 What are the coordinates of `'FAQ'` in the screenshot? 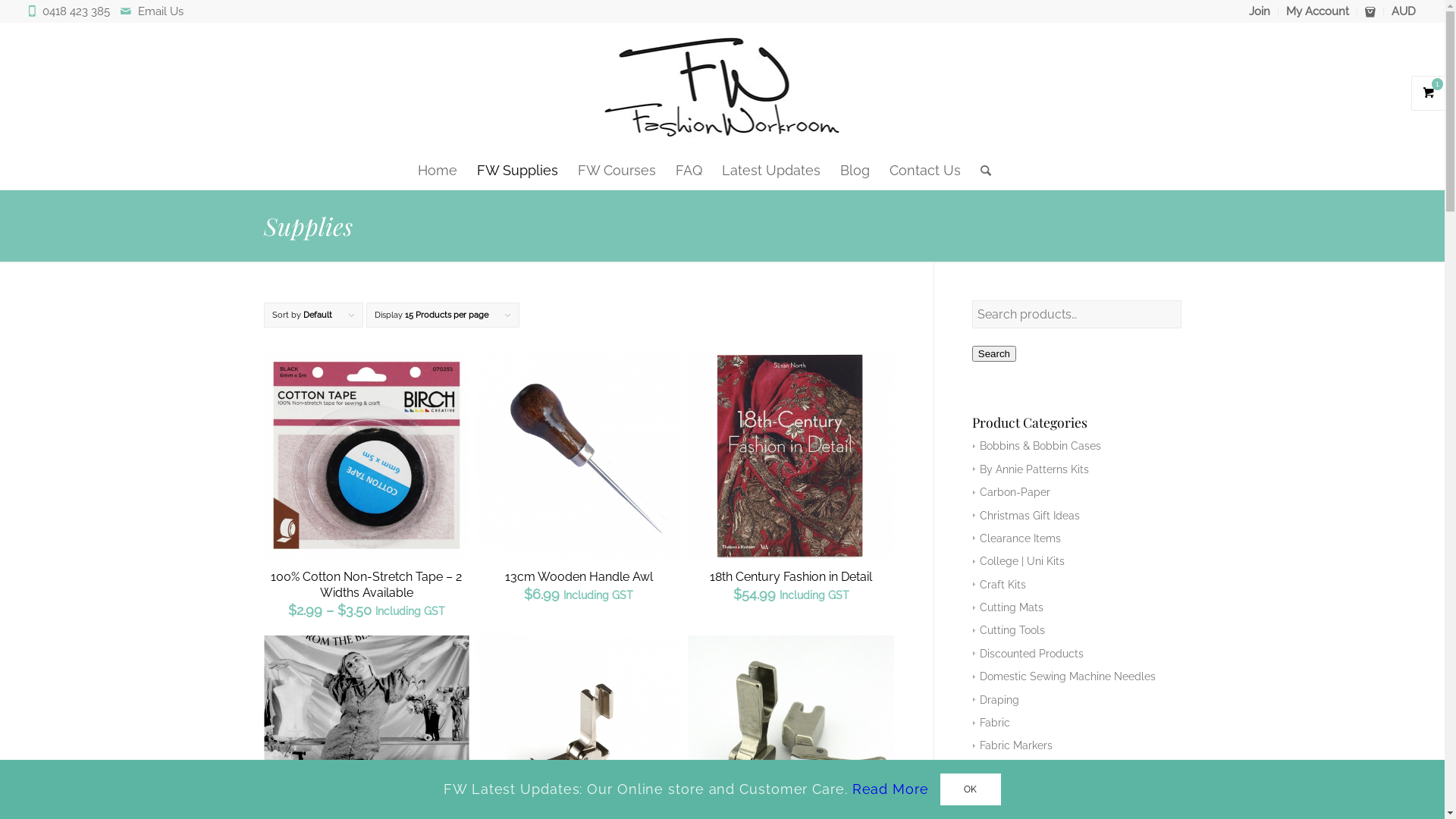 It's located at (688, 170).